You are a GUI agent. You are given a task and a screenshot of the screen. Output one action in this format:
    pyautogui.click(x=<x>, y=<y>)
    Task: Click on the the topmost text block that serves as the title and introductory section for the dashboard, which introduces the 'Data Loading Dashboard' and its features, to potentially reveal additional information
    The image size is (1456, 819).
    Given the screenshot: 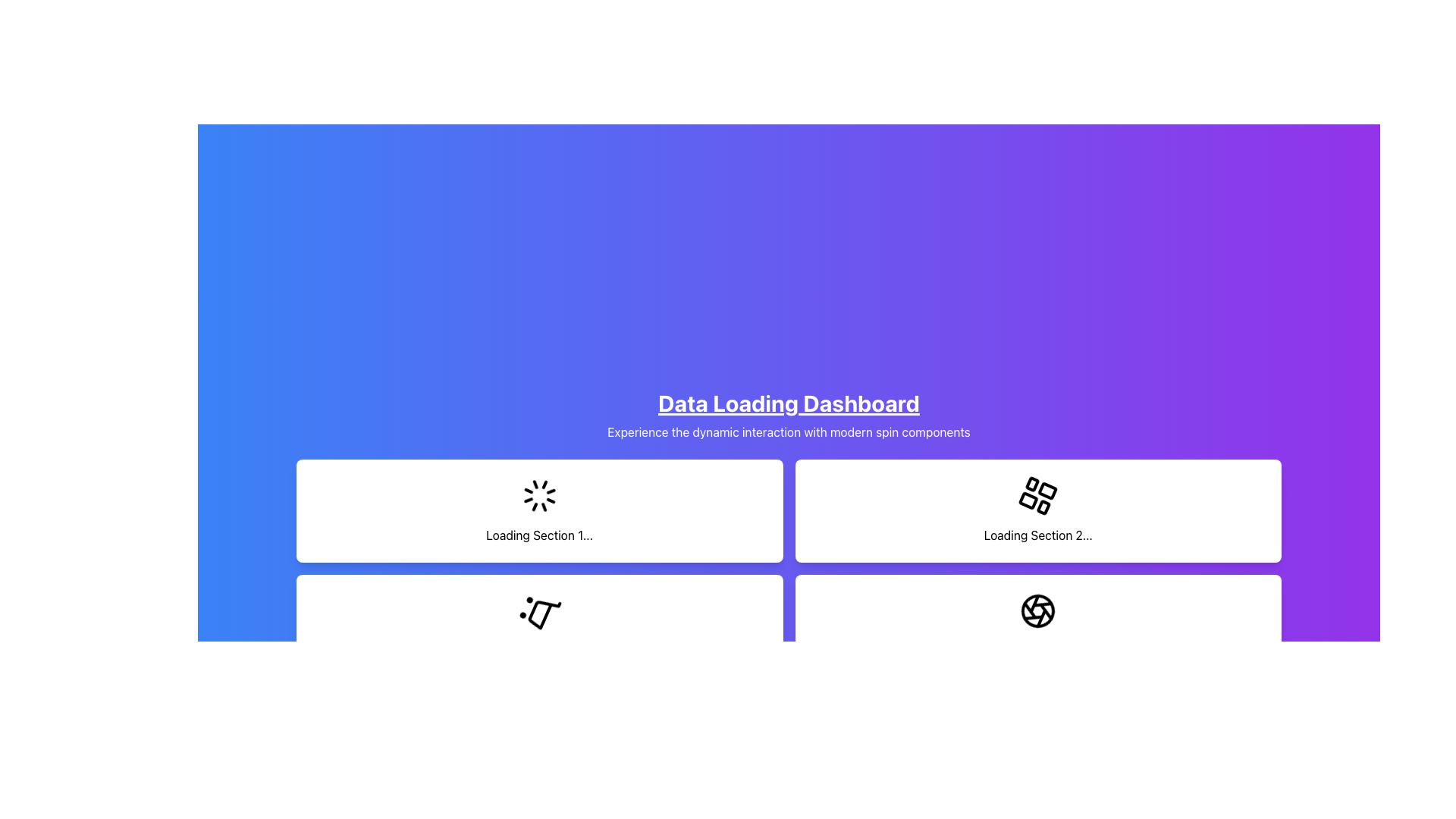 What is the action you would take?
    pyautogui.click(x=789, y=415)
    